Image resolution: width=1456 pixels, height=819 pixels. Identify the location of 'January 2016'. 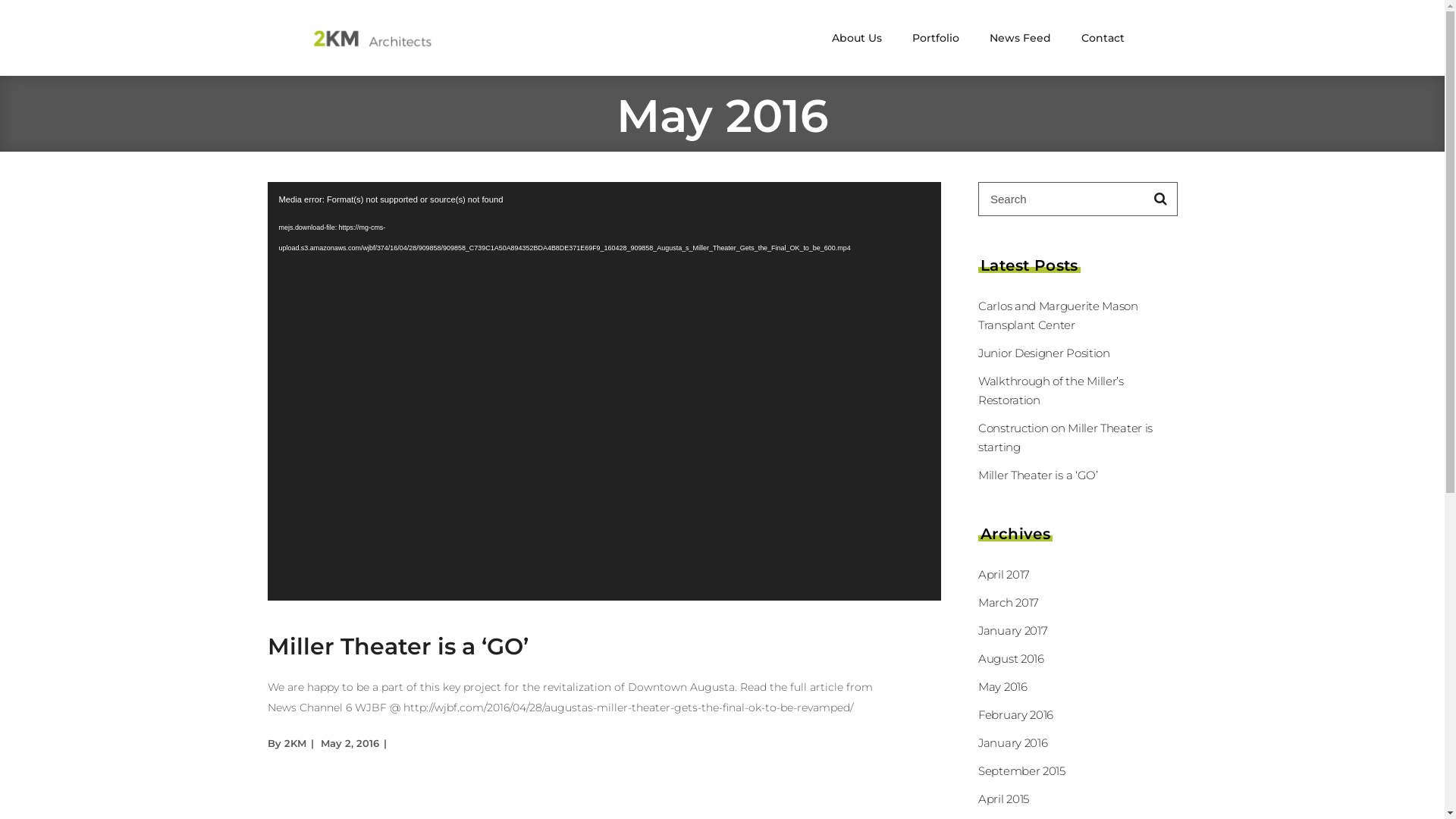
(1012, 742).